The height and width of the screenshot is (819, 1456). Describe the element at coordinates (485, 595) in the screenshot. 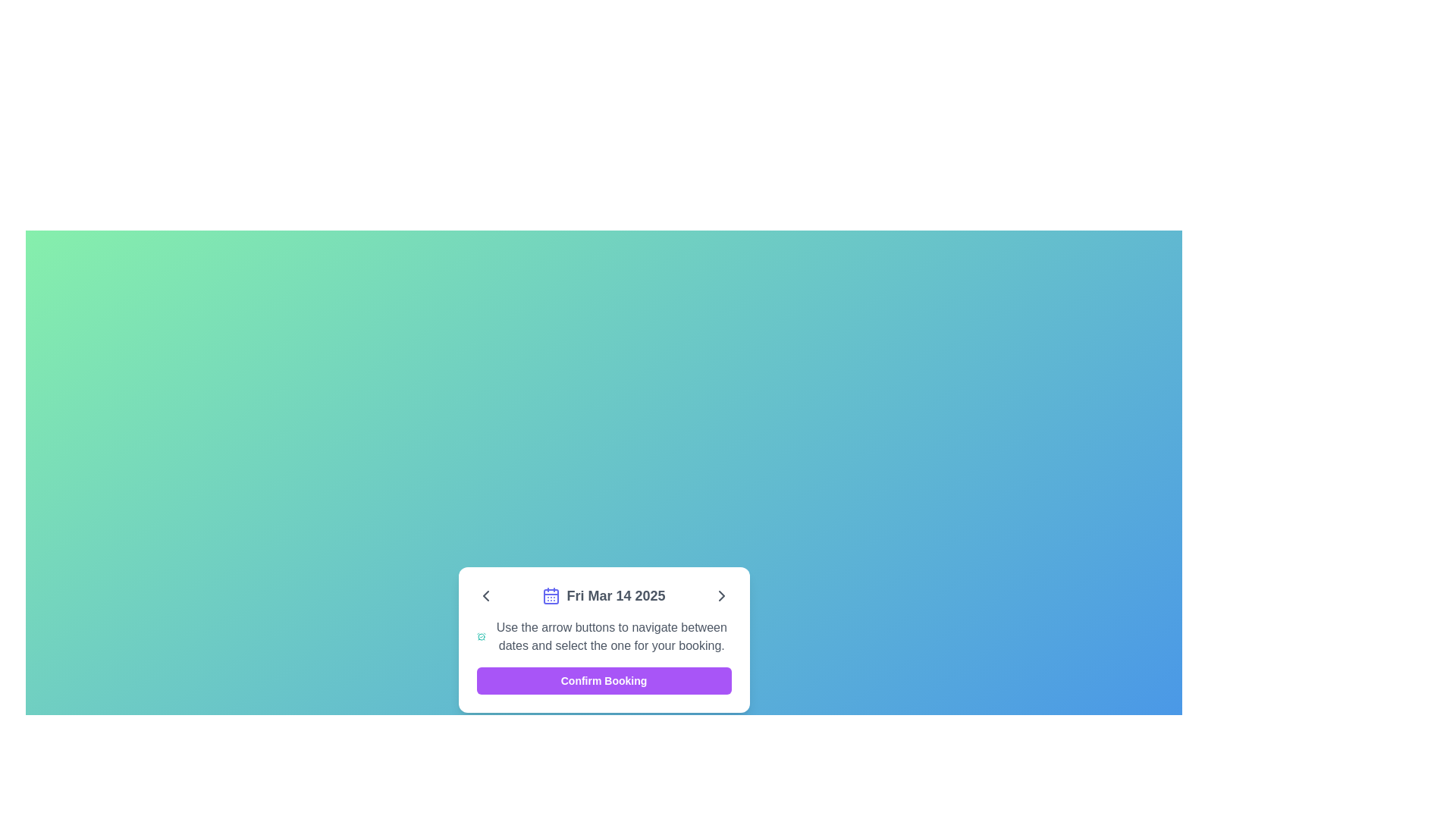

I see `the navigational button located on the leftmost side of the horizontal bar, preceding the date display 'Fri Mar 14 2025'` at that location.